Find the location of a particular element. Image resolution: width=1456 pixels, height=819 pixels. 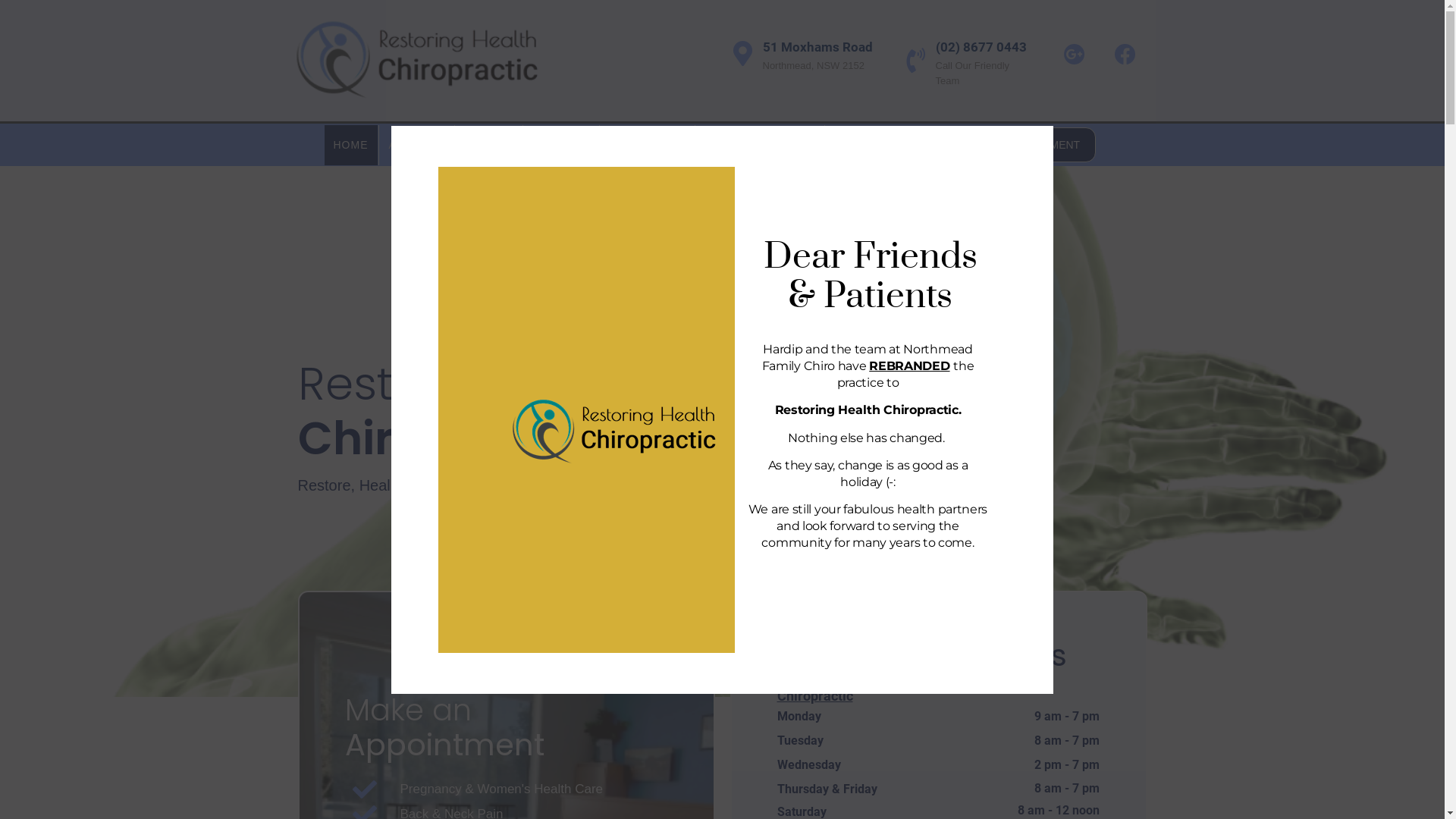

'HOME' is located at coordinates (350, 144).